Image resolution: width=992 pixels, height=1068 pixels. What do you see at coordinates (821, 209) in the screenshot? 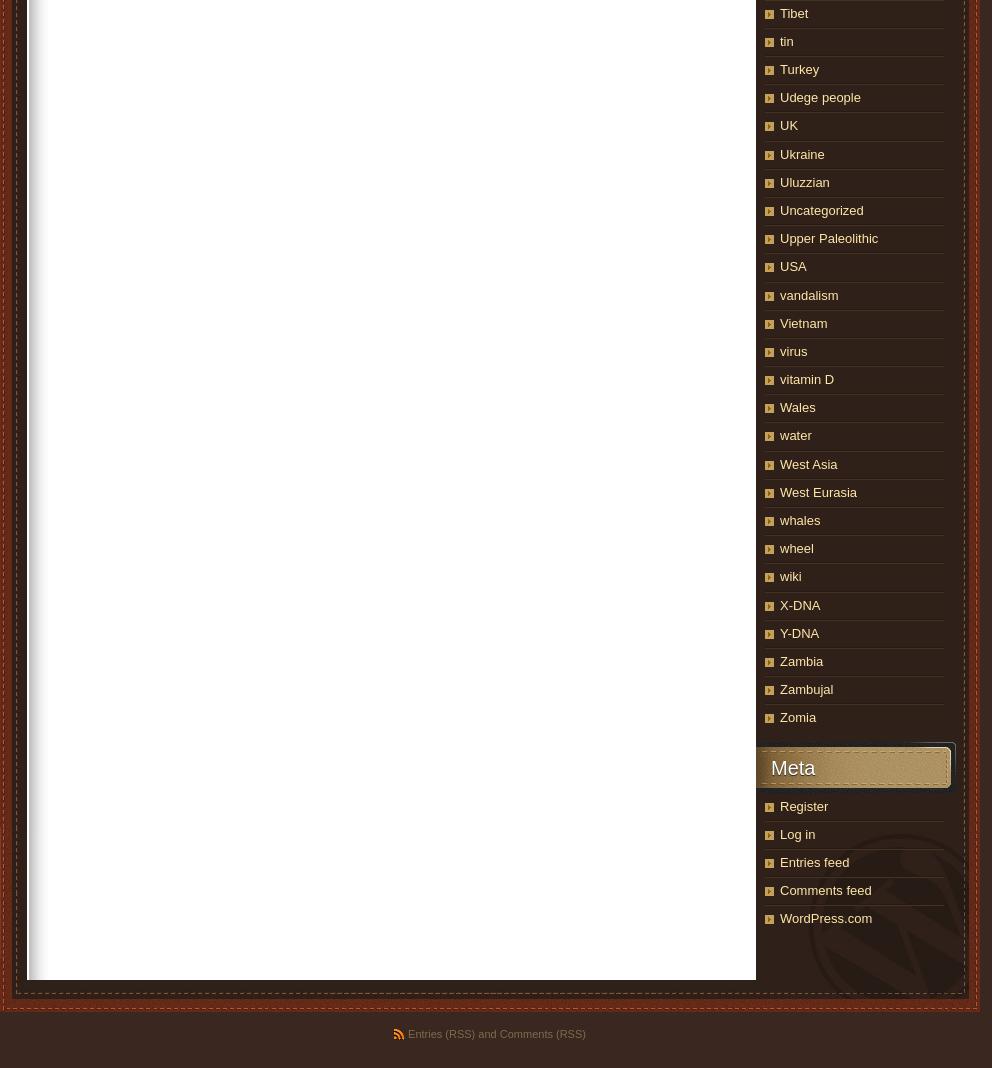
I see `'Uncategorized'` at bounding box center [821, 209].